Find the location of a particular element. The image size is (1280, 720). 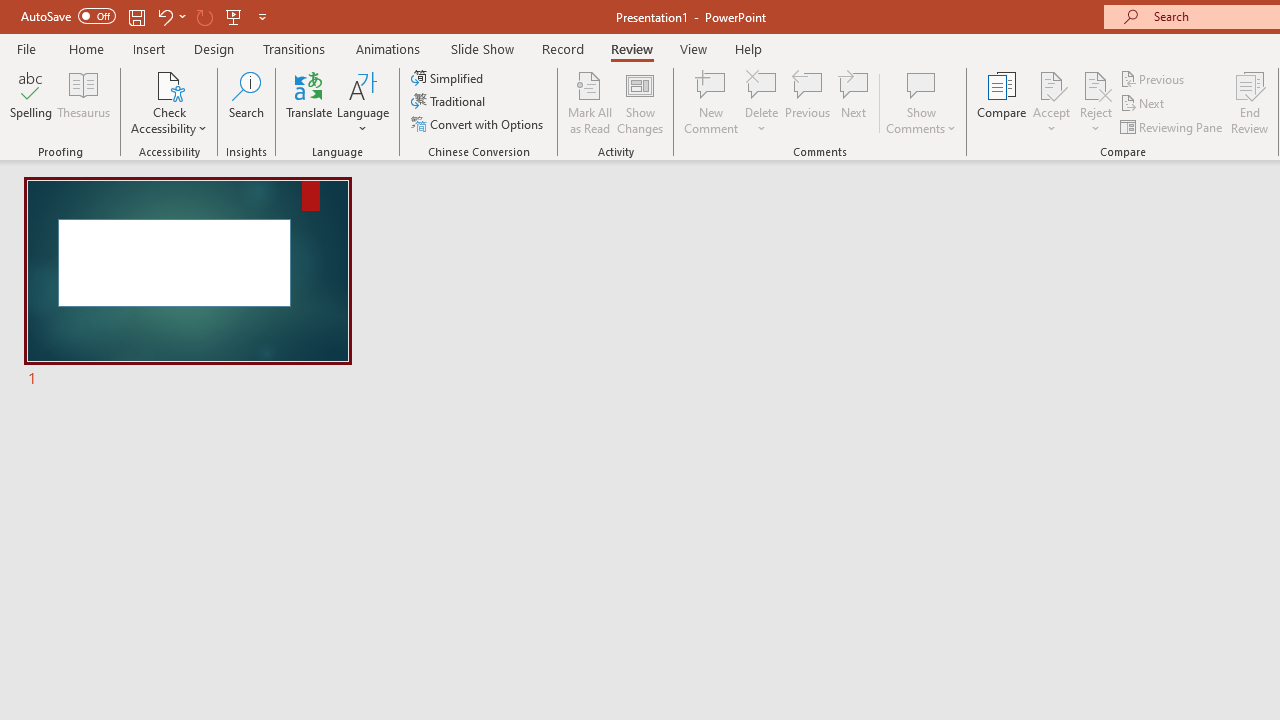

'Delete' is located at coordinates (761, 103).